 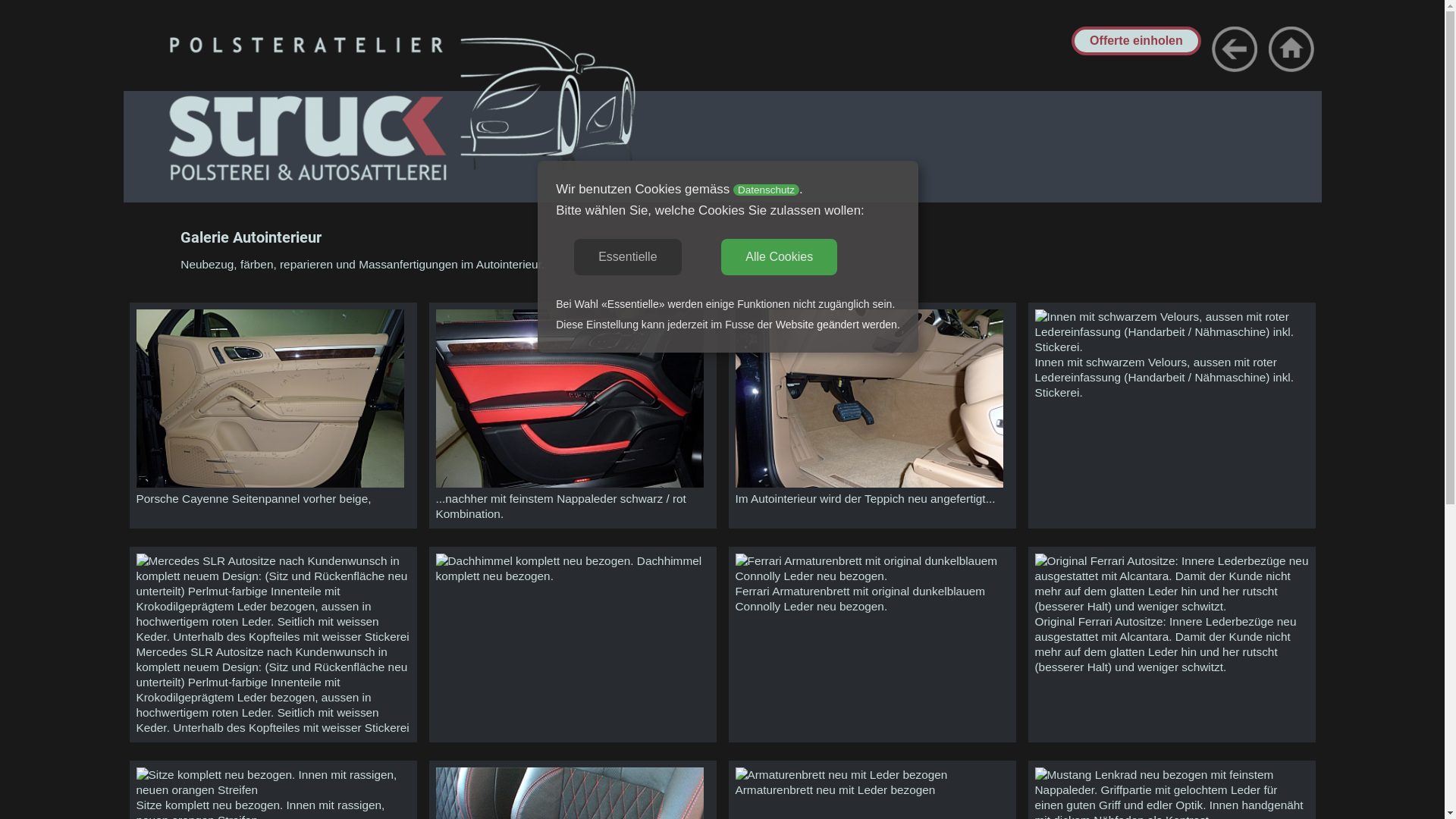 What do you see at coordinates (766, 189) in the screenshot?
I see `'Datenschutz'` at bounding box center [766, 189].